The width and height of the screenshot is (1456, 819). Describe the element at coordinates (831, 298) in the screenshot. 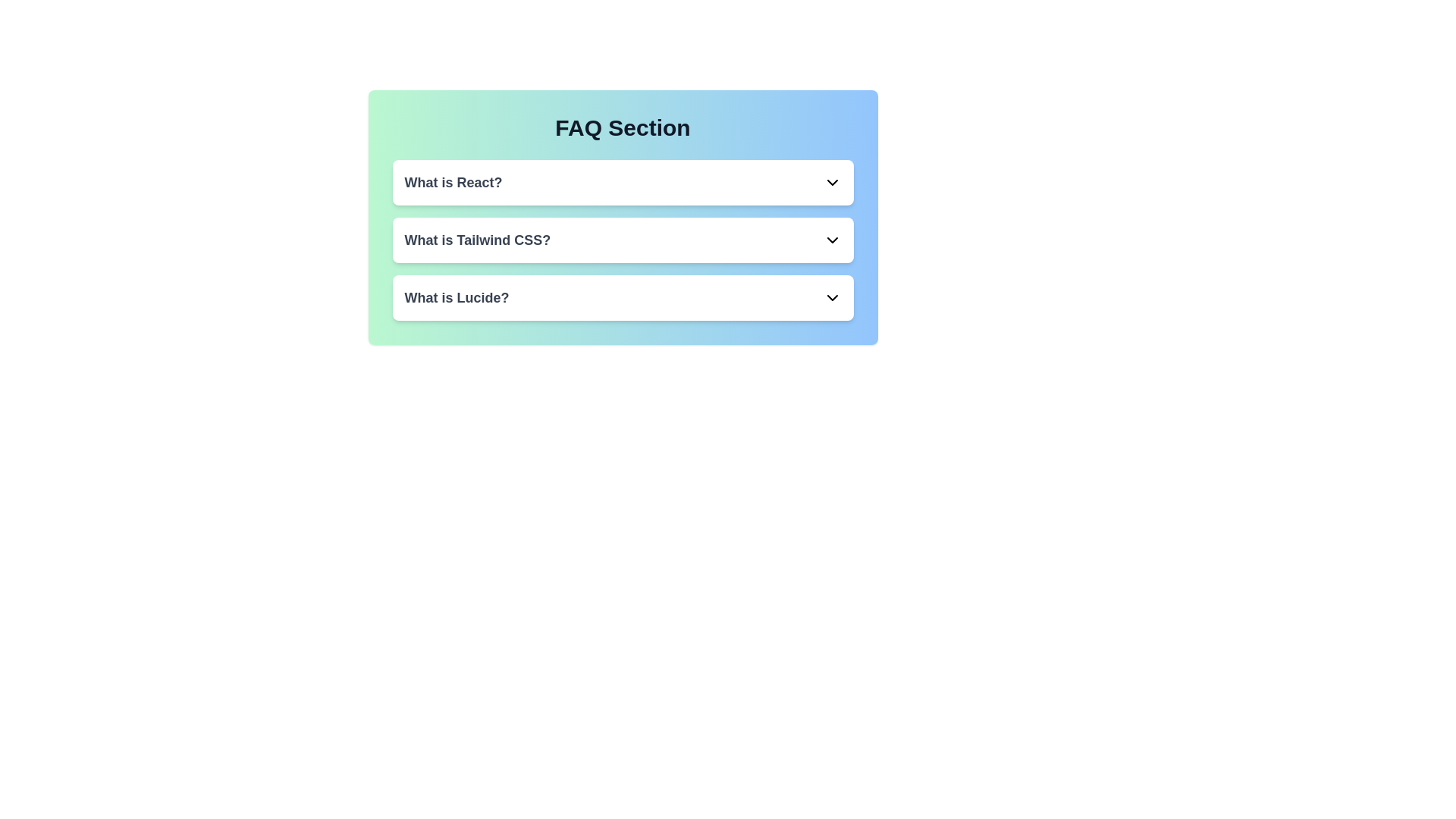

I see `the chevron icon corresponding to the FAQ titled 'What is Lucide?' to toggle its expansion state` at that location.